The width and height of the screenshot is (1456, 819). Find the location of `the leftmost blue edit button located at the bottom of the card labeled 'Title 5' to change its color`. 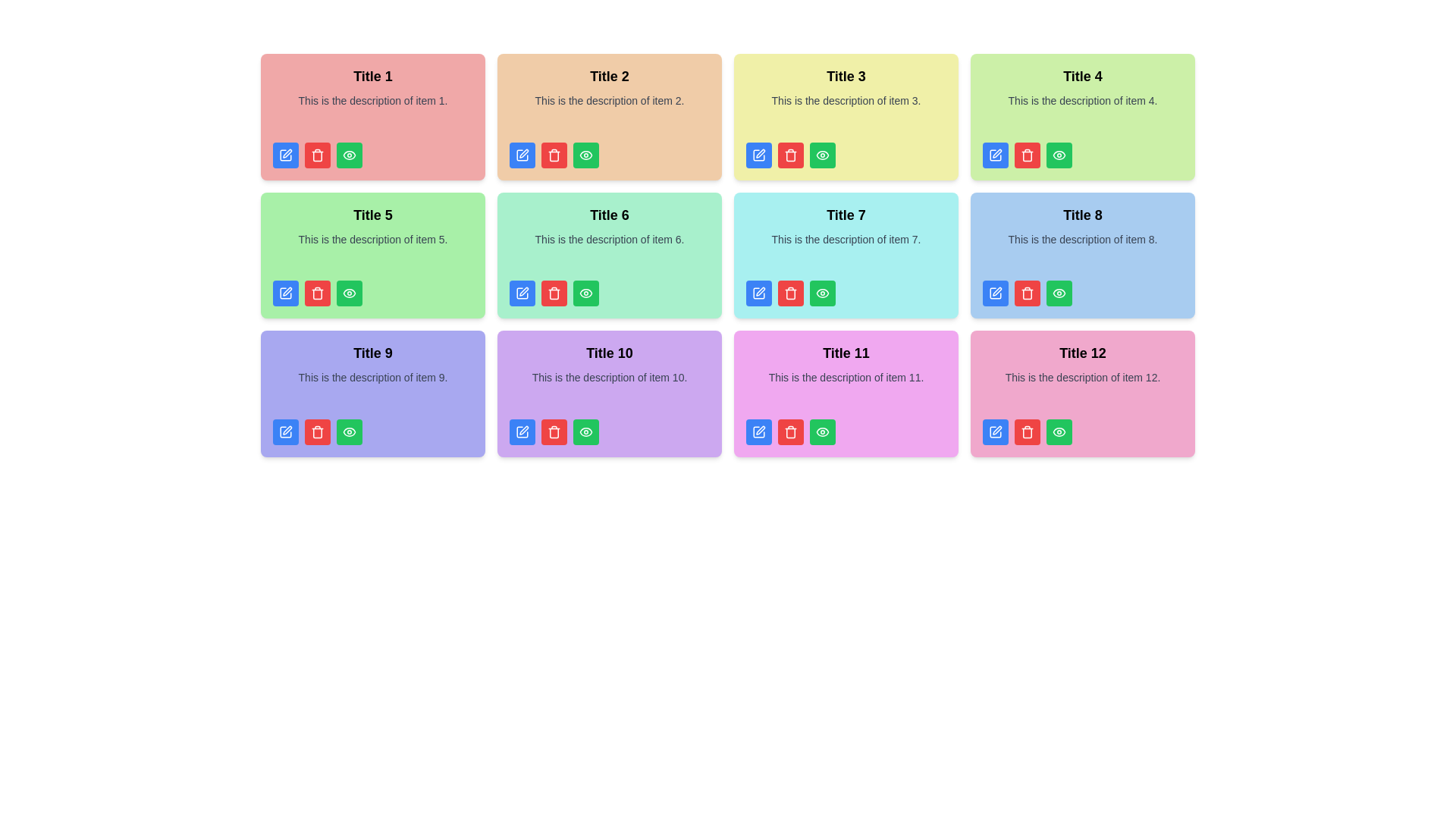

the leftmost blue edit button located at the bottom of the card labeled 'Title 5' to change its color is located at coordinates (286, 293).